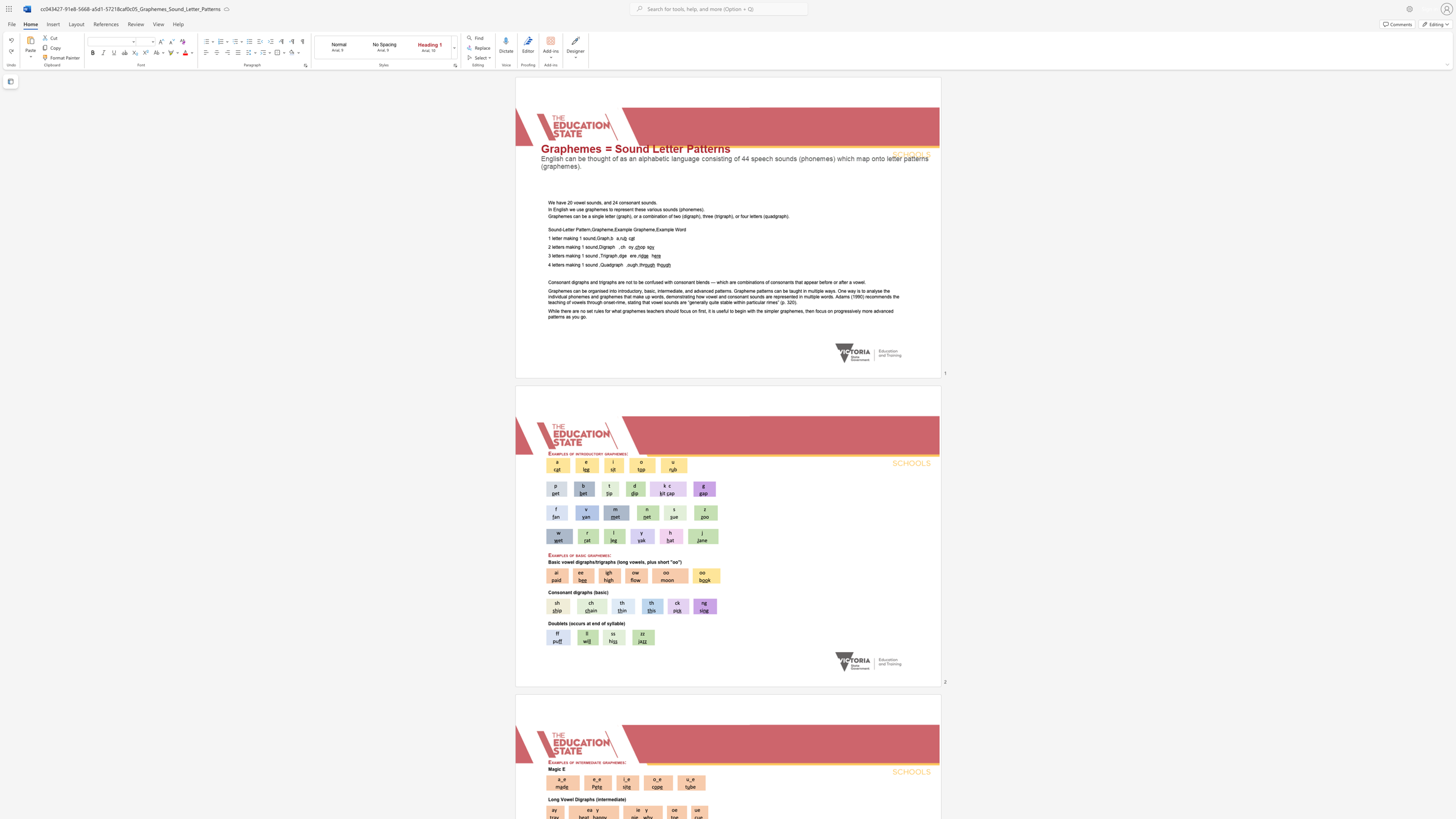  I want to click on the space between the continuous character "l" and "l" in the text, so click(613, 623).